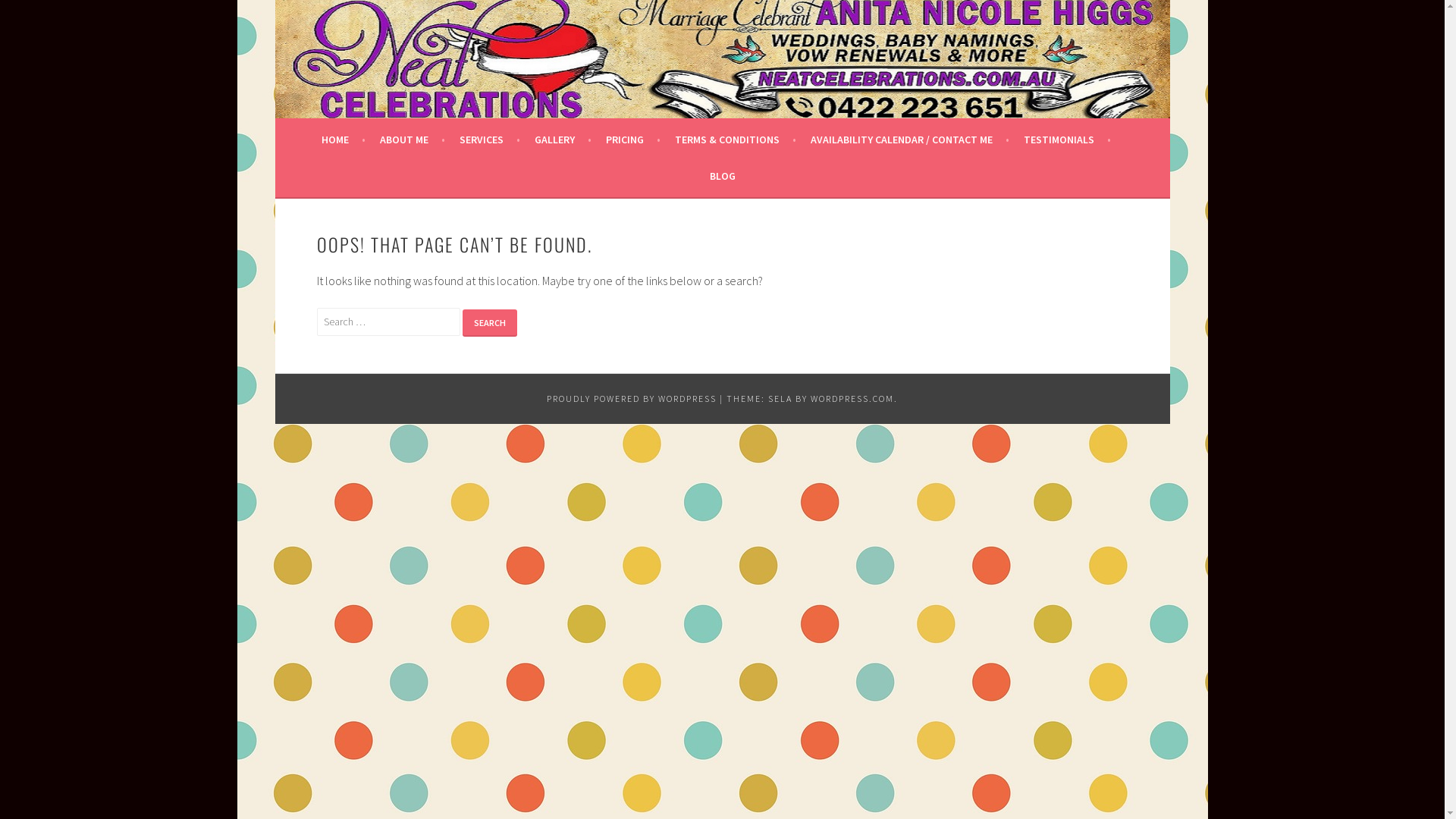 The width and height of the screenshot is (1456, 819). I want to click on 'Search', so click(490, 322).